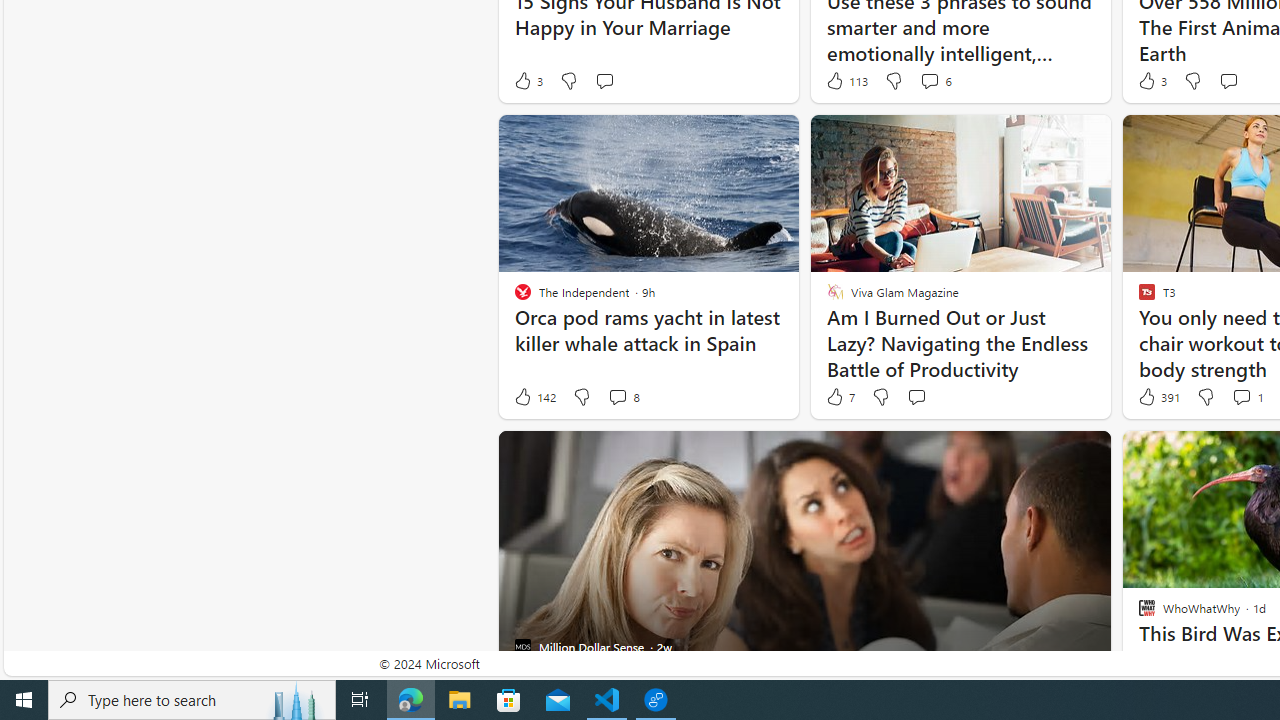  What do you see at coordinates (1157, 397) in the screenshot?
I see `'391 Like'` at bounding box center [1157, 397].